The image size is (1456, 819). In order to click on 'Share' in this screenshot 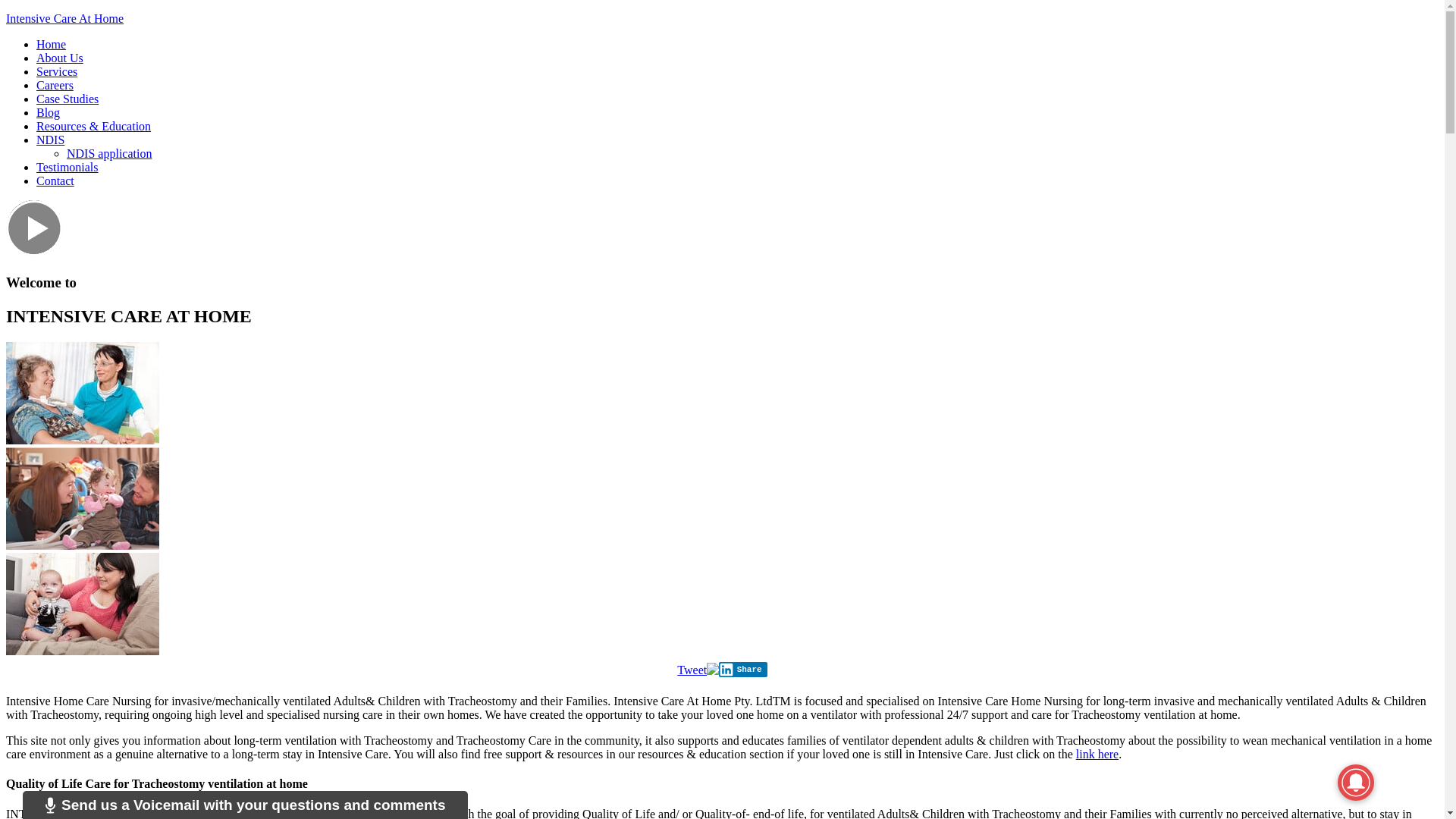, I will do `click(742, 669)`.